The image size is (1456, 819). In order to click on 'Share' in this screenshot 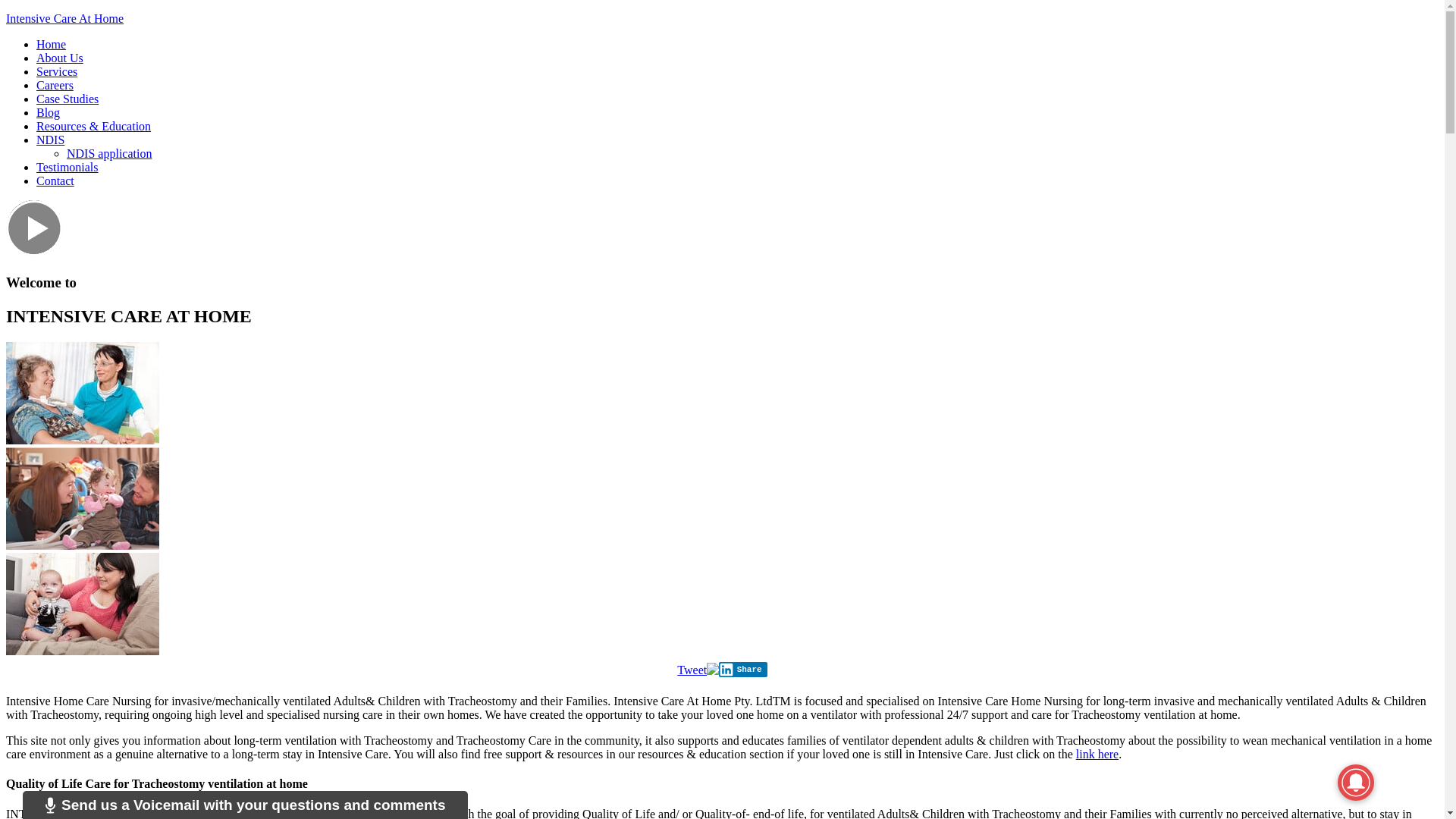, I will do `click(742, 669)`.